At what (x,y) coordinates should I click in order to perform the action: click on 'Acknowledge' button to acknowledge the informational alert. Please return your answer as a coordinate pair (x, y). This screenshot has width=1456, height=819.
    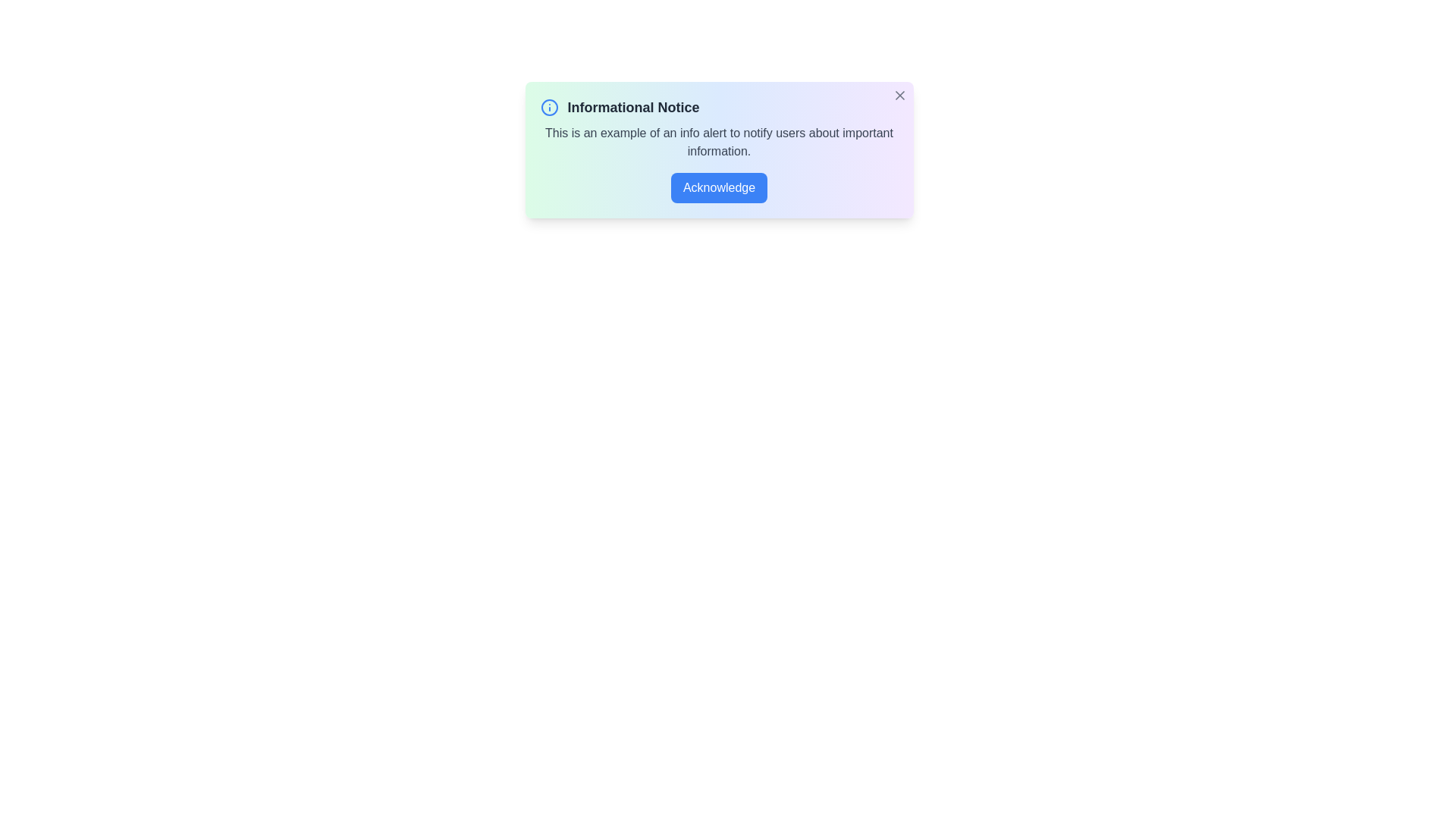
    Looking at the image, I should click on (718, 187).